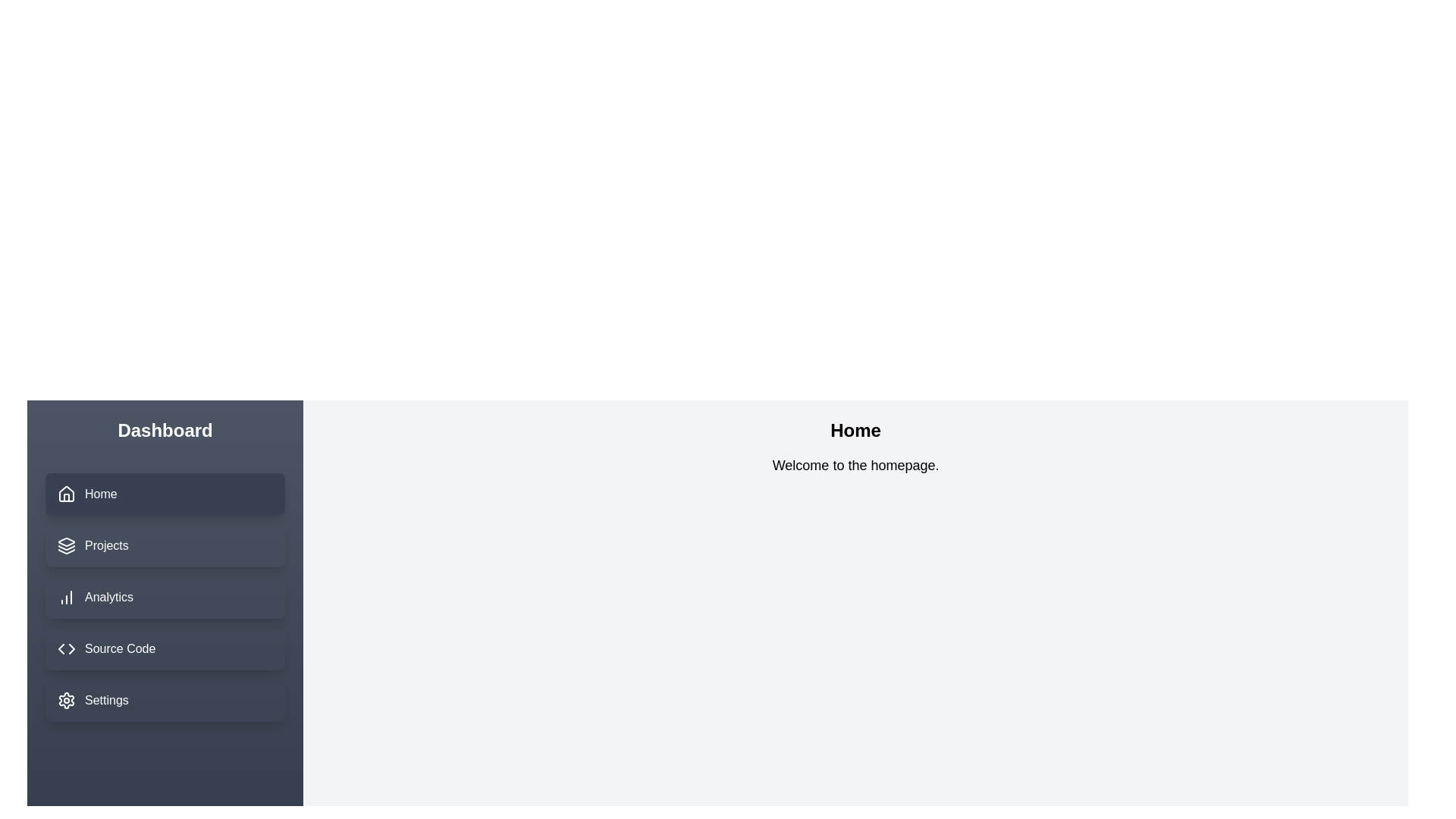 The width and height of the screenshot is (1456, 819). Describe the element at coordinates (65, 546) in the screenshot. I see `the 'Projects' icon located in the left-hand vertical navigation panel titled 'Dashboard'` at that location.